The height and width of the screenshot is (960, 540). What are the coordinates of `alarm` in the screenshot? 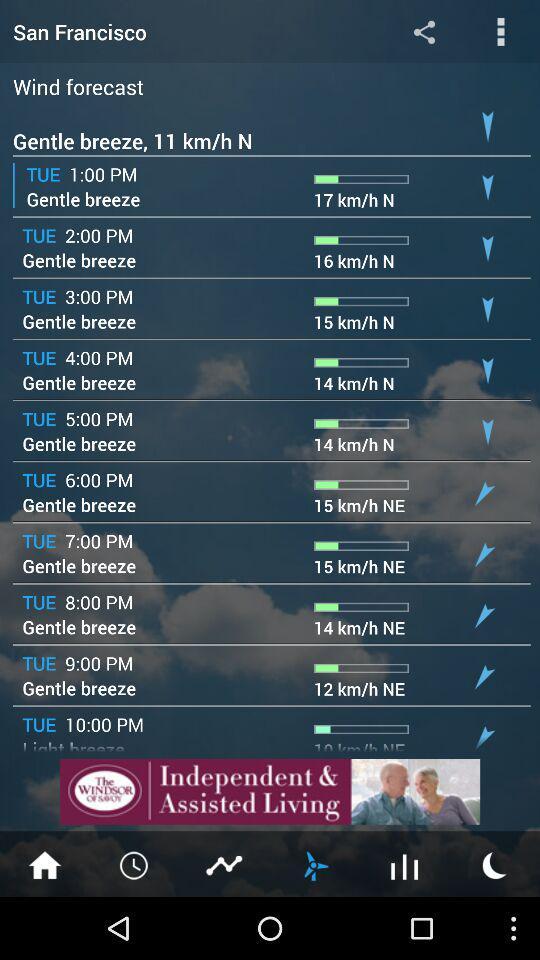 It's located at (135, 863).